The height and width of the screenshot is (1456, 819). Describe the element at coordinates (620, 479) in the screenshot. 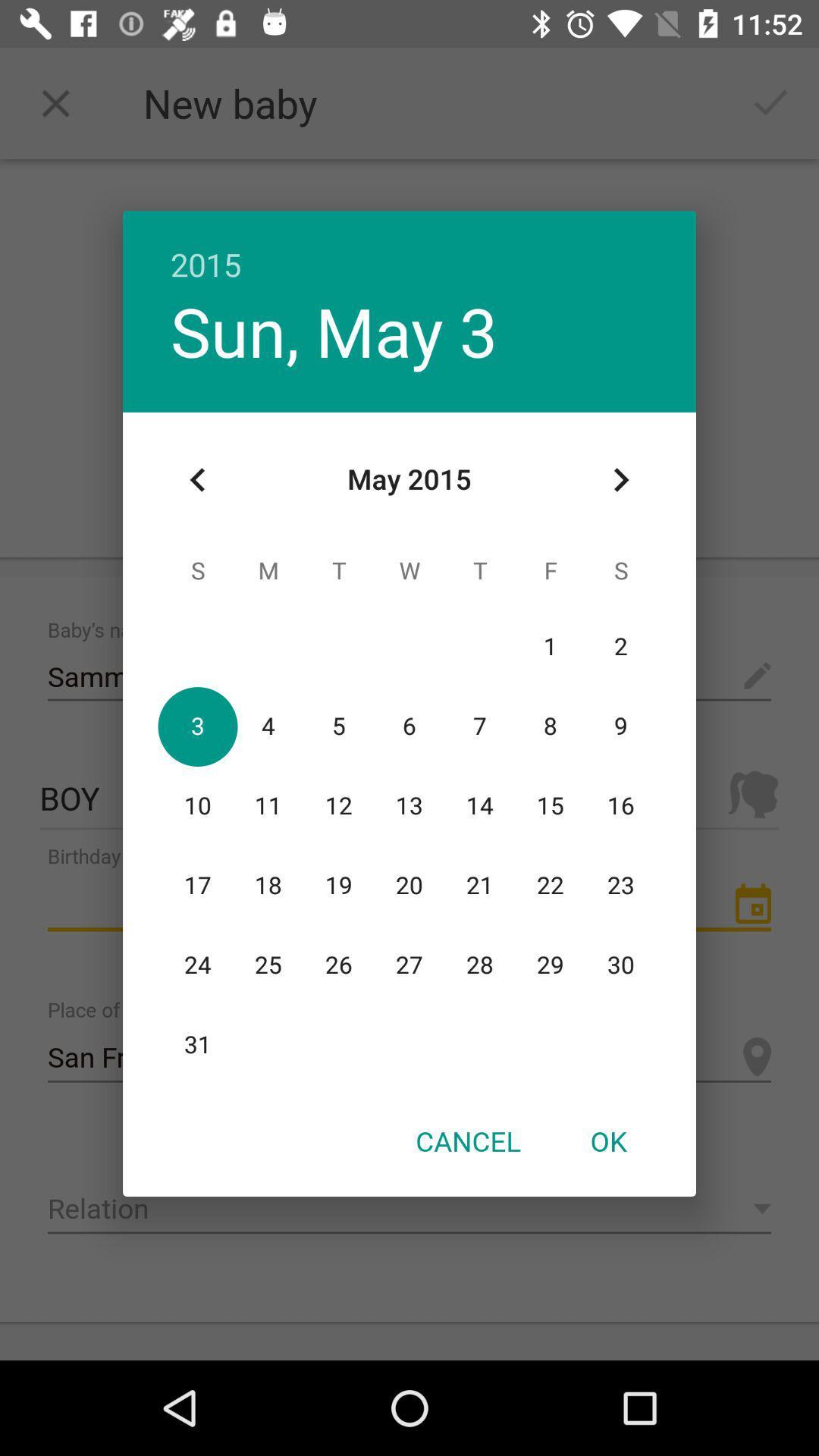

I see `the item at the top right corner` at that location.